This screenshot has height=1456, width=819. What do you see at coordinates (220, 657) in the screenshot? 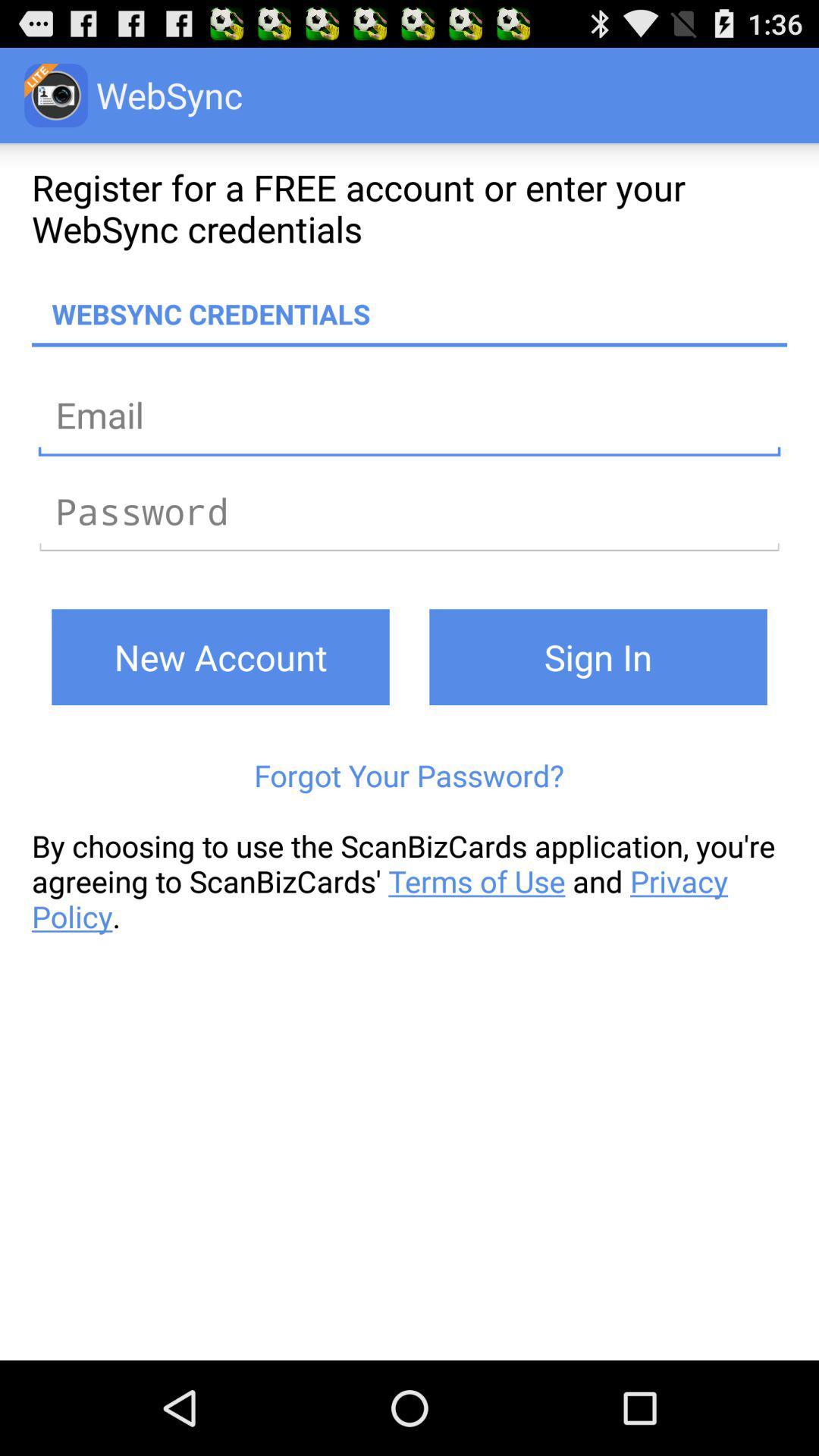
I see `the item to the left of the sign in icon` at bounding box center [220, 657].